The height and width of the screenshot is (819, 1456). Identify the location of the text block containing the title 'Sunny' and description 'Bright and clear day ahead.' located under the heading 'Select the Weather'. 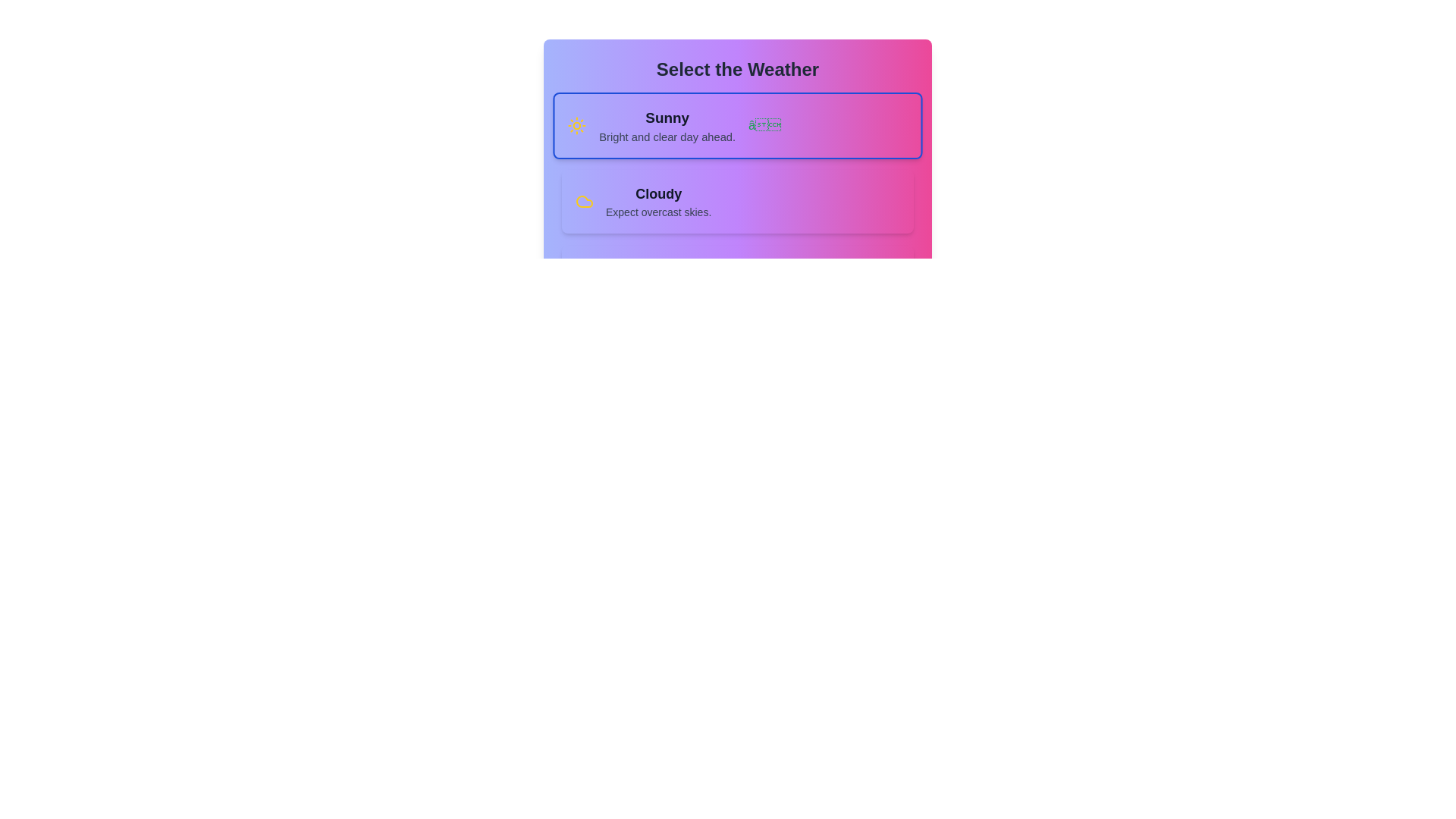
(667, 124).